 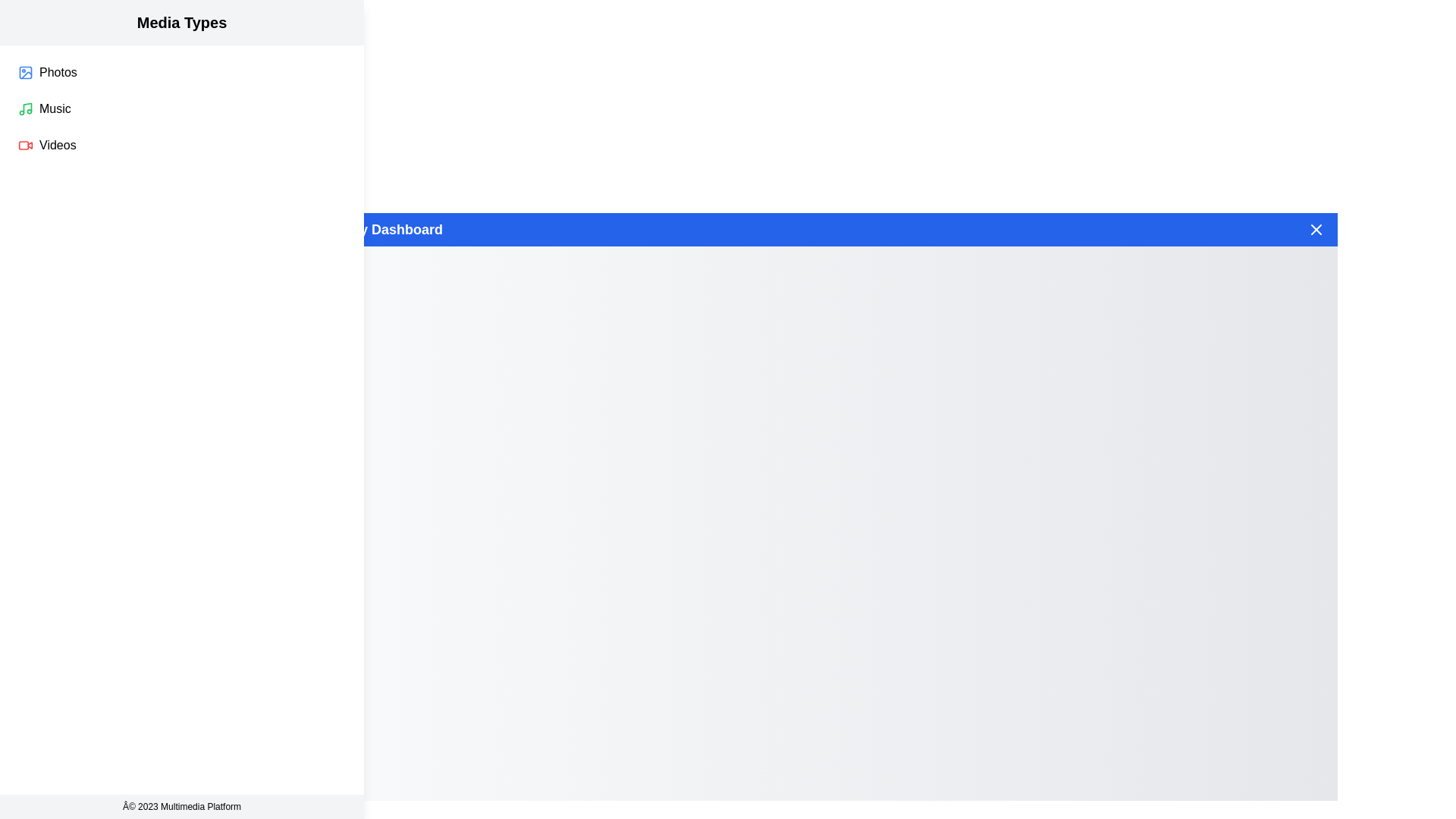 I want to click on the music note icon within the 'Music' entry in the 'Media Types' section, which is styled with green accents, so click(x=27, y=107).